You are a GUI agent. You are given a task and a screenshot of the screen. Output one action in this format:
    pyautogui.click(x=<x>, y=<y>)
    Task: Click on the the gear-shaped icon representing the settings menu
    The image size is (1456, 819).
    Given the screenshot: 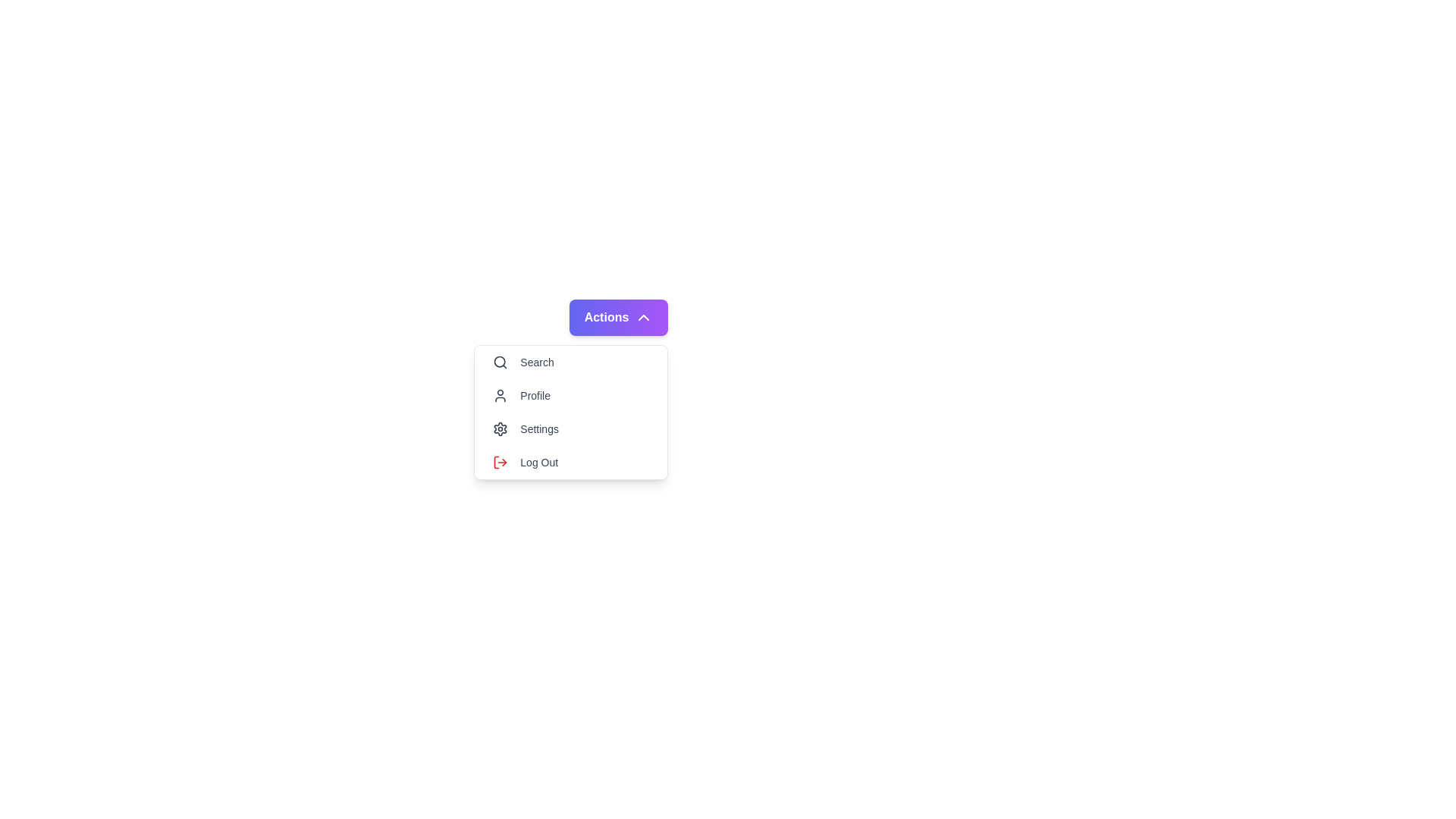 What is the action you would take?
    pyautogui.click(x=500, y=429)
    